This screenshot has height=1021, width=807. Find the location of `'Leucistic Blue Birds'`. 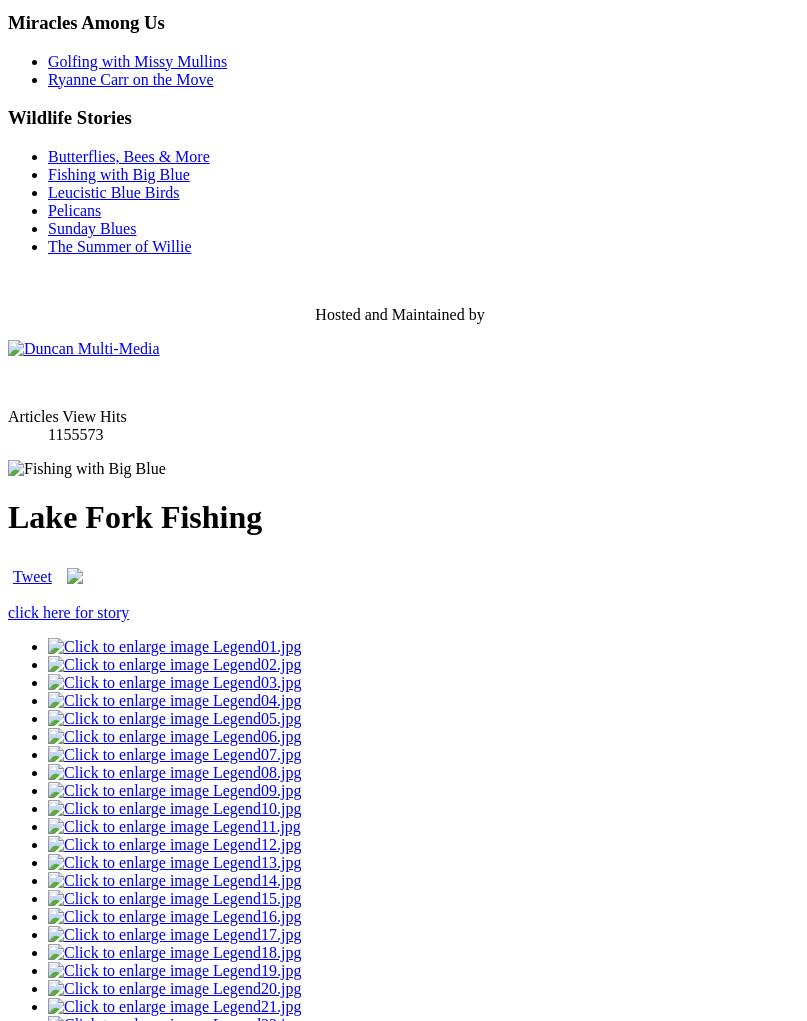

'Leucistic Blue Birds' is located at coordinates (112, 190).